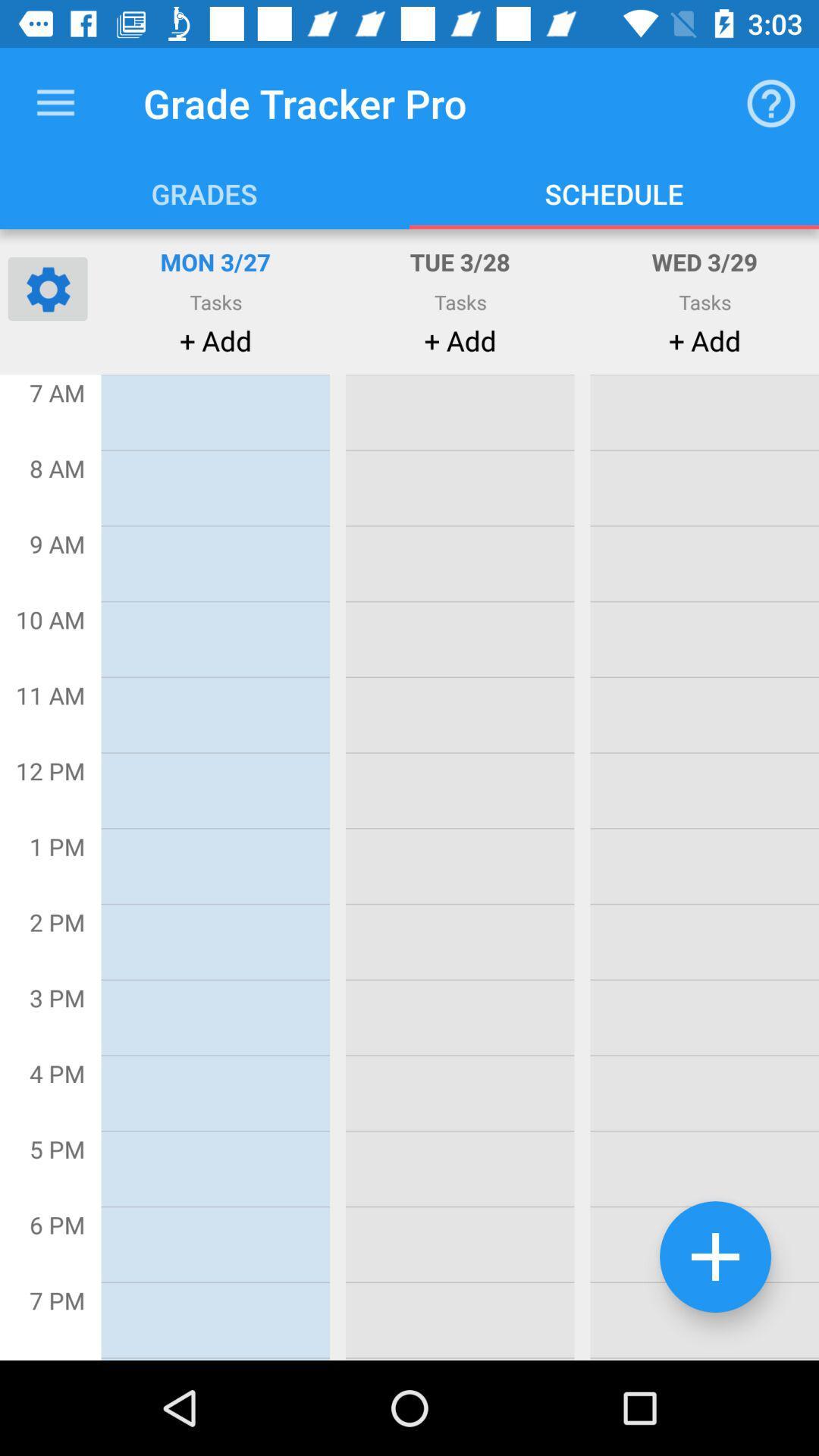 The height and width of the screenshot is (1456, 819). Describe the element at coordinates (46, 288) in the screenshot. I see `the settings icon` at that location.